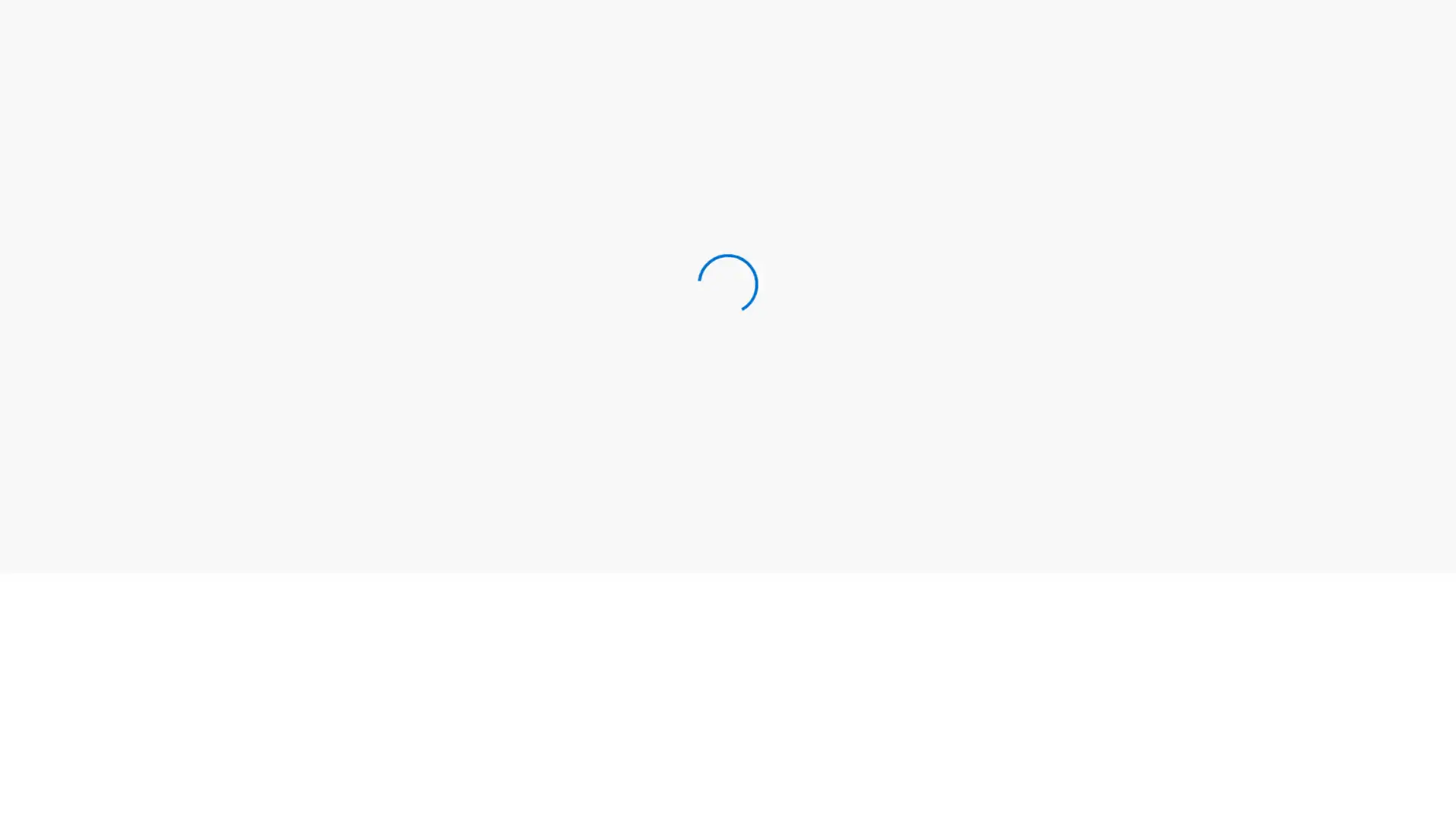 The width and height of the screenshot is (1456, 819). What do you see at coordinates (553, 283) in the screenshot?
I see `Sign In` at bounding box center [553, 283].